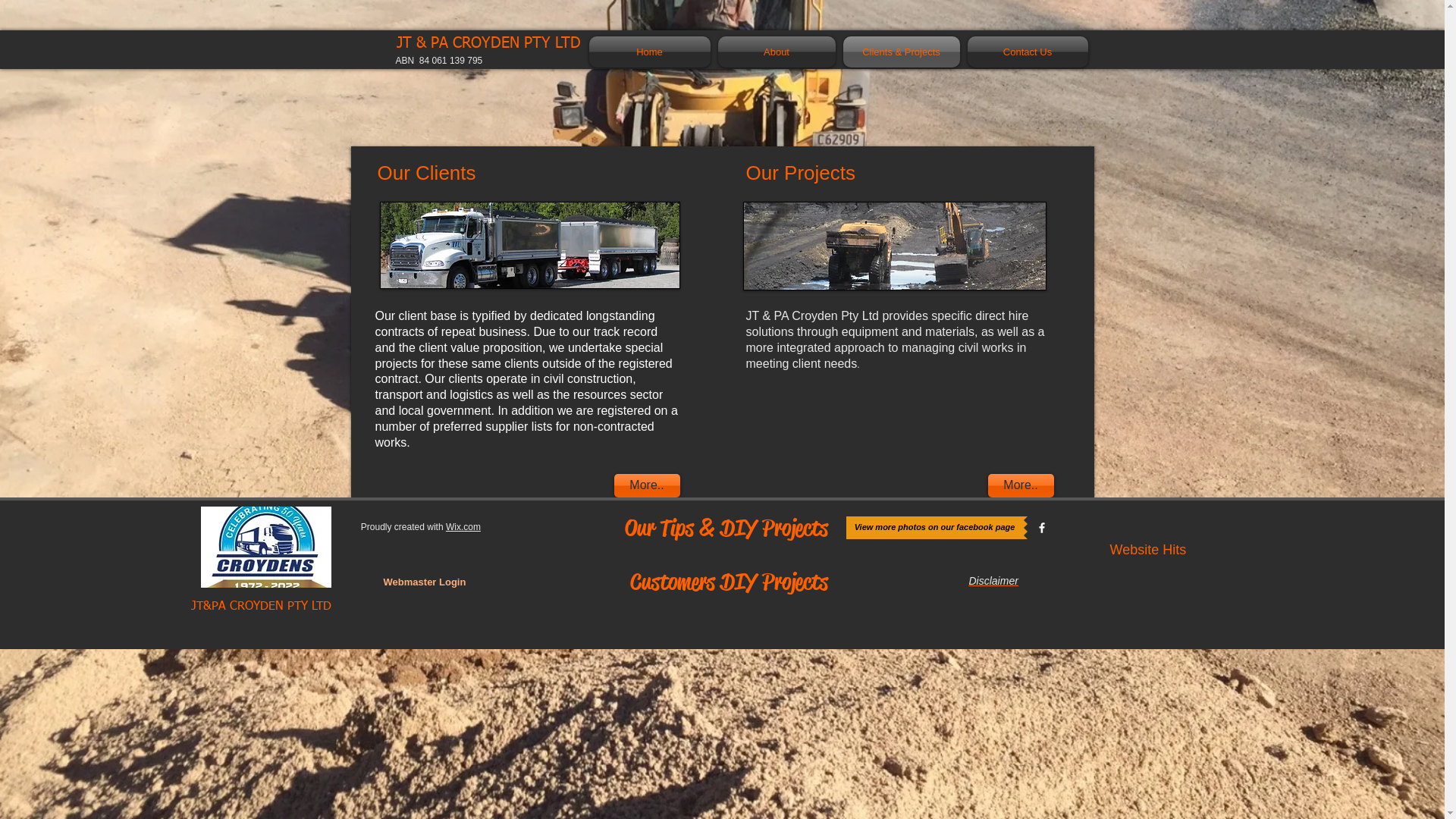  Describe the element at coordinates (651, 51) in the screenshot. I see `'Home'` at that location.